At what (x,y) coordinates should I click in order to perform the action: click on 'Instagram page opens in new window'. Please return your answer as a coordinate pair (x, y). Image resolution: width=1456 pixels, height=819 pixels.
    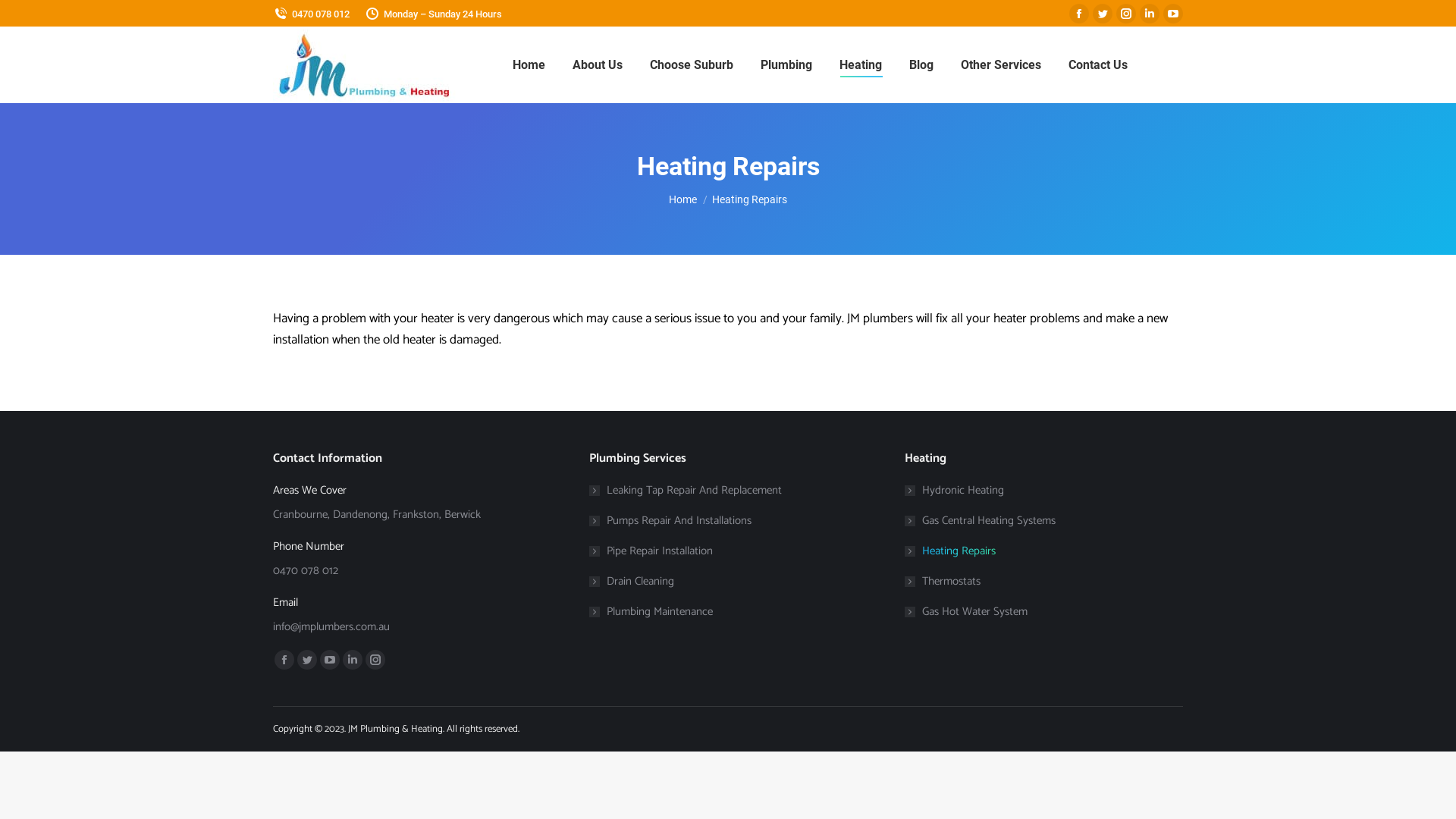
    Looking at the image, I should click on (1125, 14).